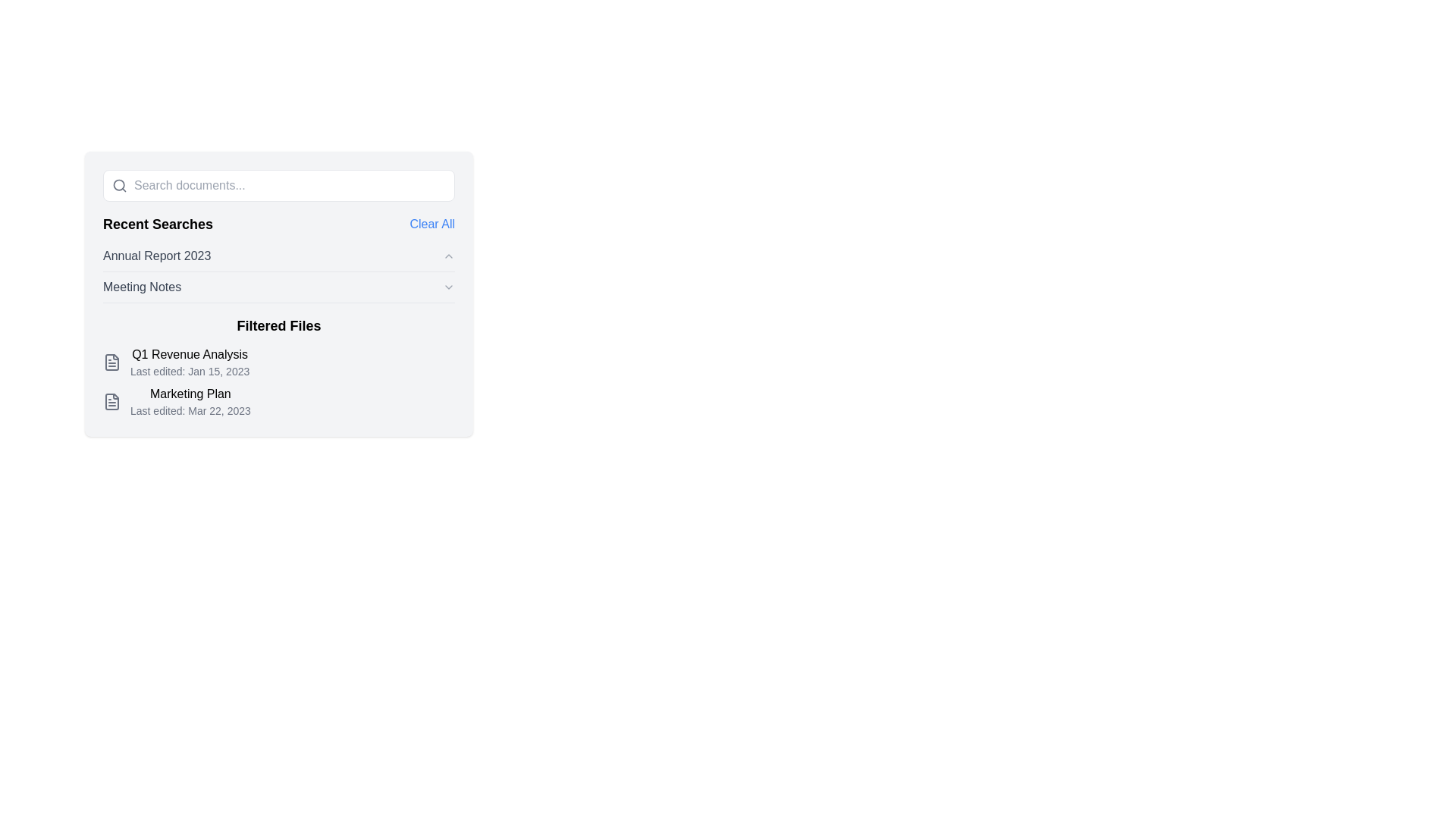 Image resolution: width=1456 pixels, height=819 pixels. Describe the element at coordinates (115, 185) in the screenshot. I see `the magnifying glass icon used for search functionality, which is located to the left side of the search input field with placeholder text 'Search documents...'` at that location.